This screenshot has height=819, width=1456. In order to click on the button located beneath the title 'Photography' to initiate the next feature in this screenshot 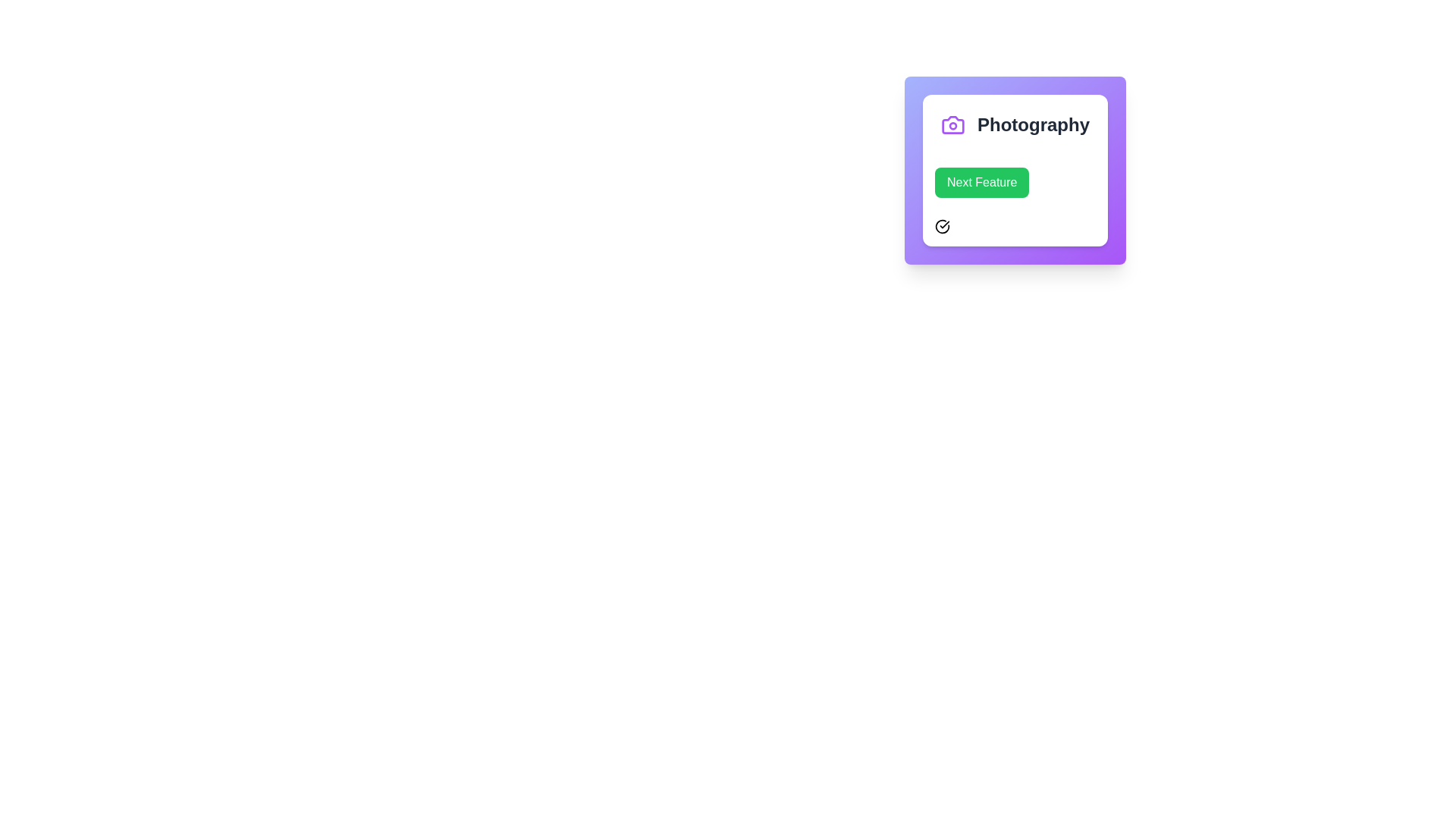, I will do `click(1015, 200)`.